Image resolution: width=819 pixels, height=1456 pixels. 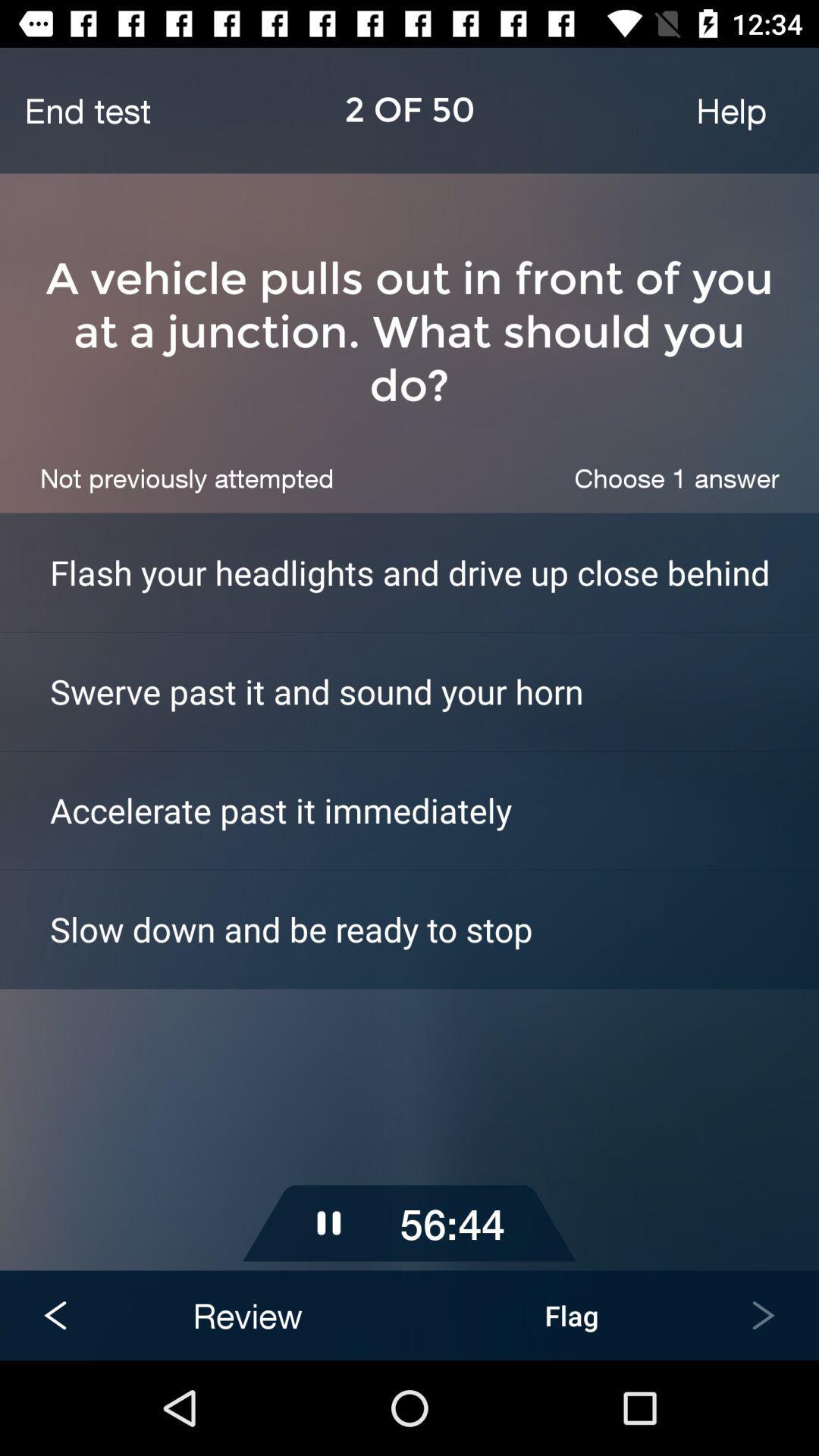 What do you see at coordinates (730, 109) in the screenshot?
I see `help icon` at bounding box center [730, 109].